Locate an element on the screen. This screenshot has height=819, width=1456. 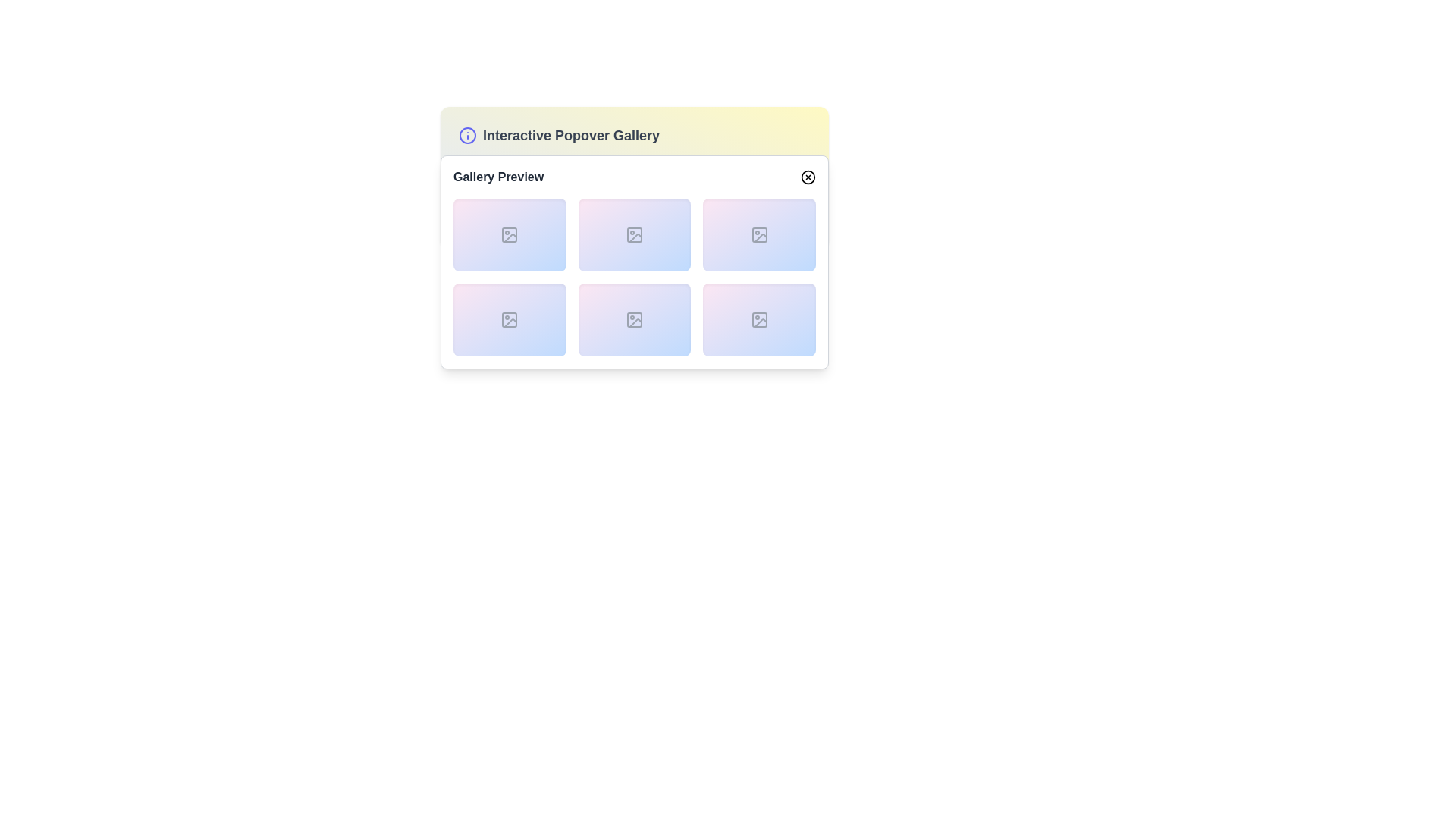
the image placeholder panel, which is a rectangular panel with a gradient background transitioning from pink to light blue, featuring a centered broken image icon, located in the second row and middle column of the modal titled 'Interactive Popover Gallery' is located at coordinates (634, 318).